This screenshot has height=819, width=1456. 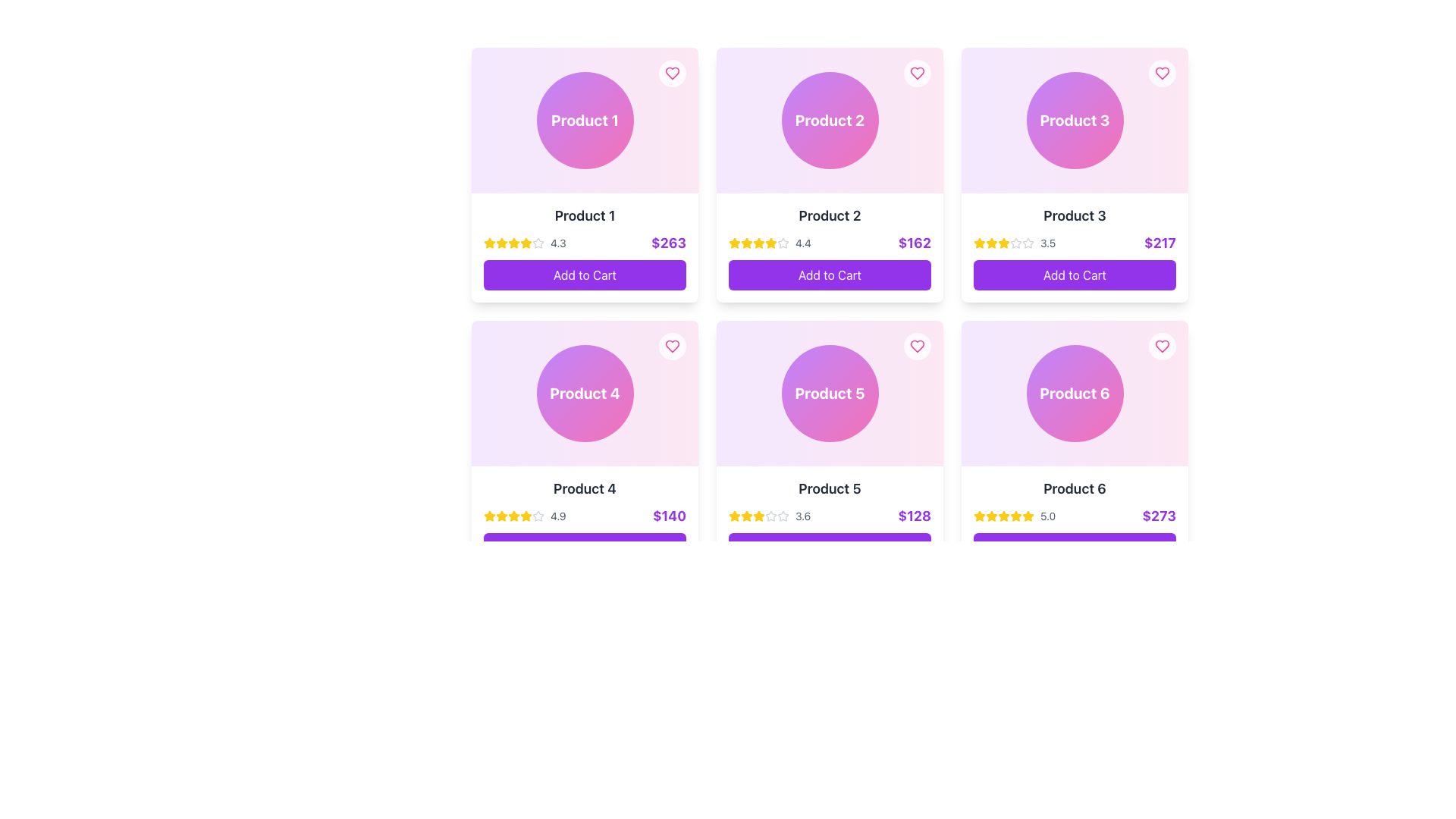 I want to click on the Rating and Price Display for Product 1, which shows a rating of '4.3' and a price of '$263', so click(x=584, y=242).